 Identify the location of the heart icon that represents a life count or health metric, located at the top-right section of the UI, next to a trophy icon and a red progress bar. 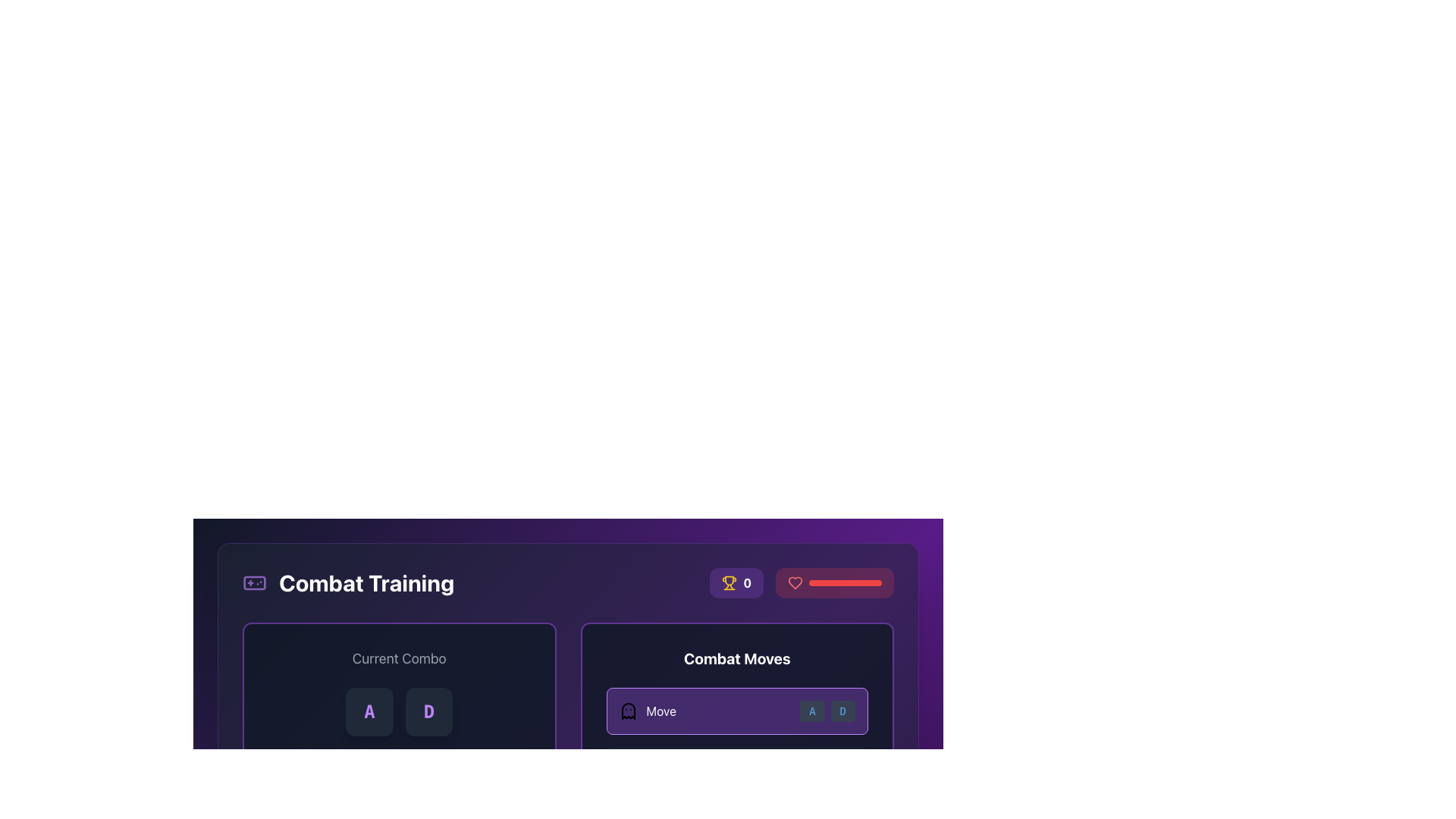
(795, 582).